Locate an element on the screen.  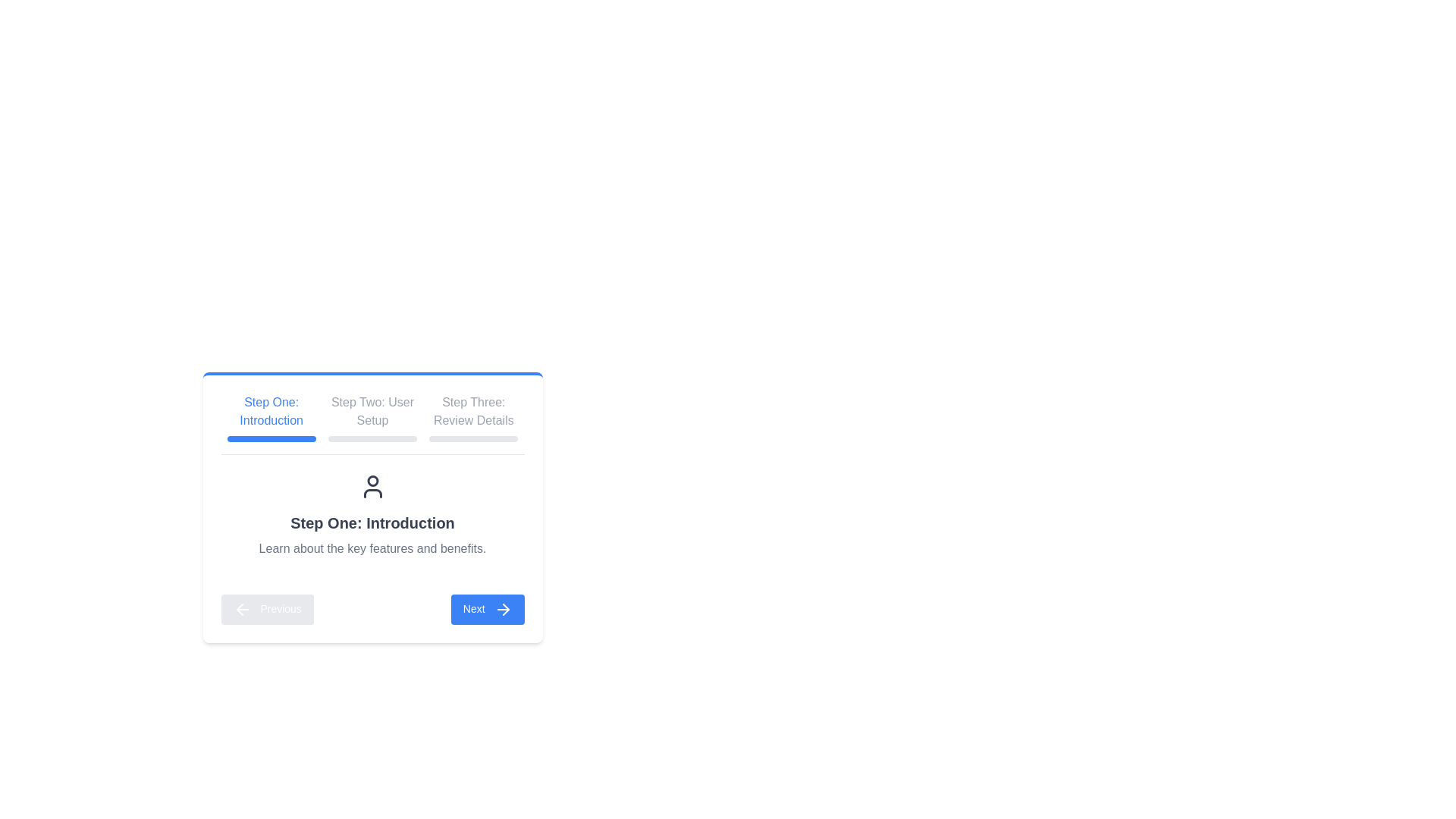
the arrow icon located on the right-hand side of the 'Next' button, which indicates progression in the multi-step process is located at coordinates (506, 608).